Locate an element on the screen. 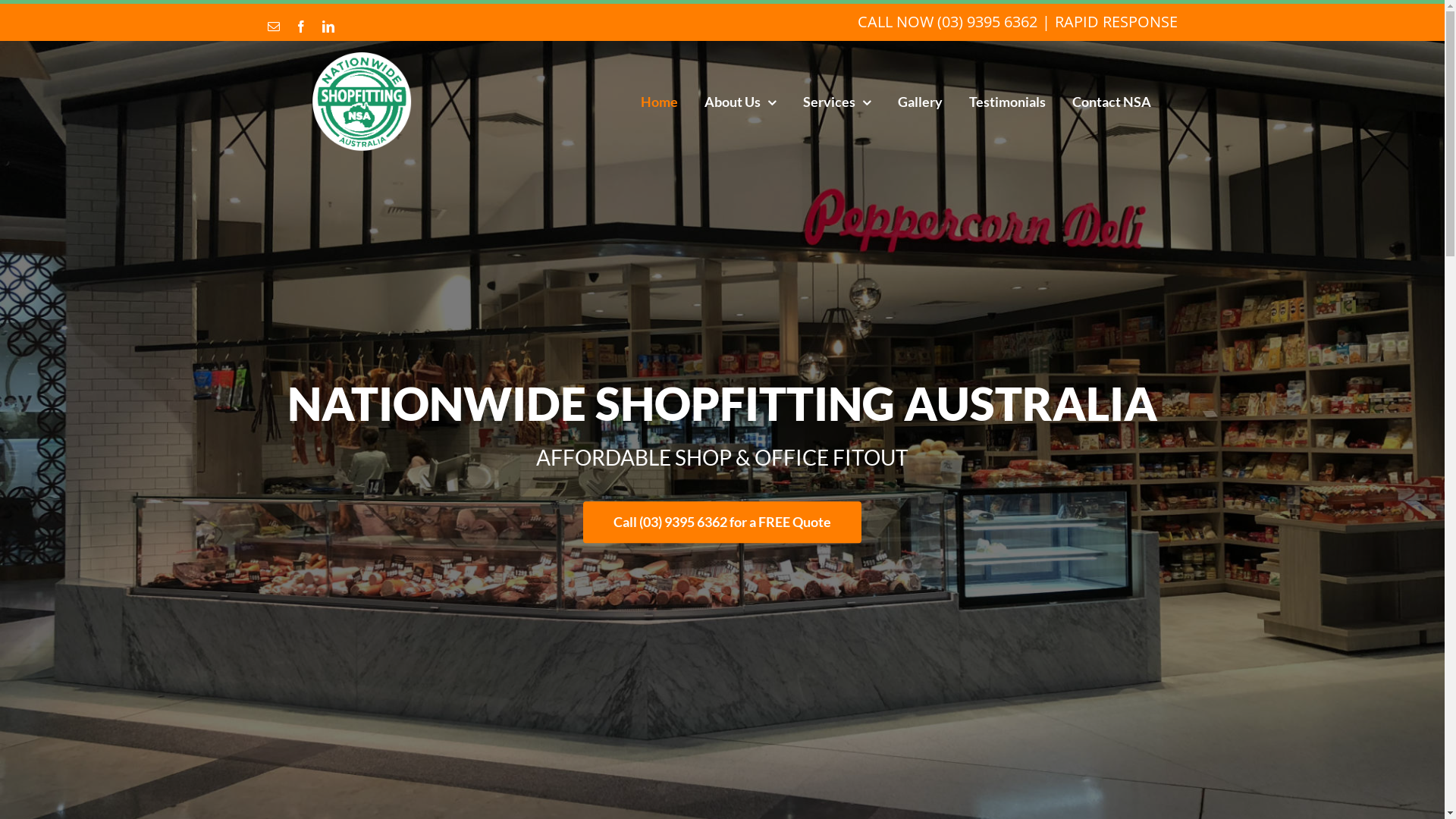  'Gallery' is located at coordinates (898, 102).